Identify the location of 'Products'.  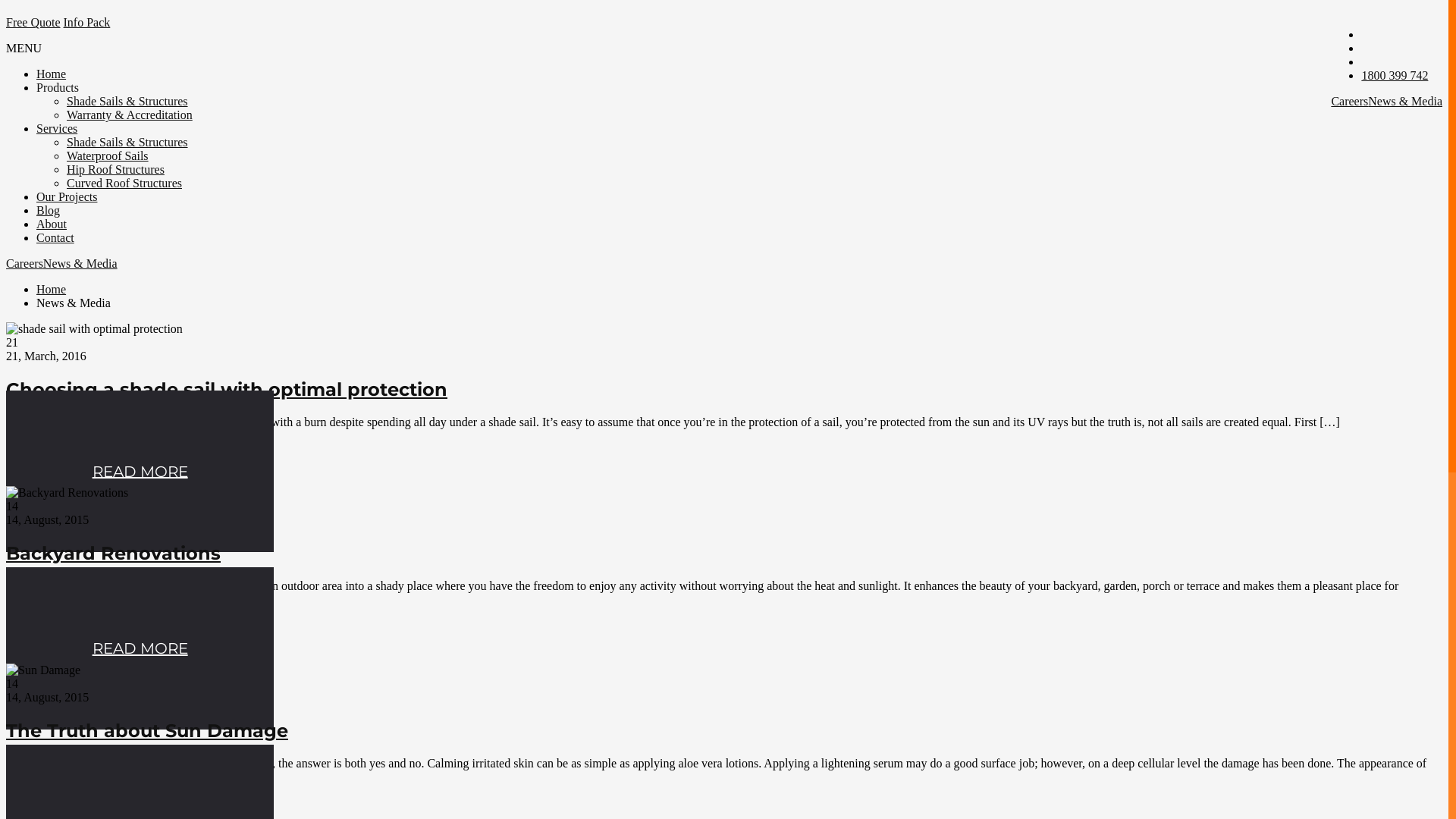
(36, 87).